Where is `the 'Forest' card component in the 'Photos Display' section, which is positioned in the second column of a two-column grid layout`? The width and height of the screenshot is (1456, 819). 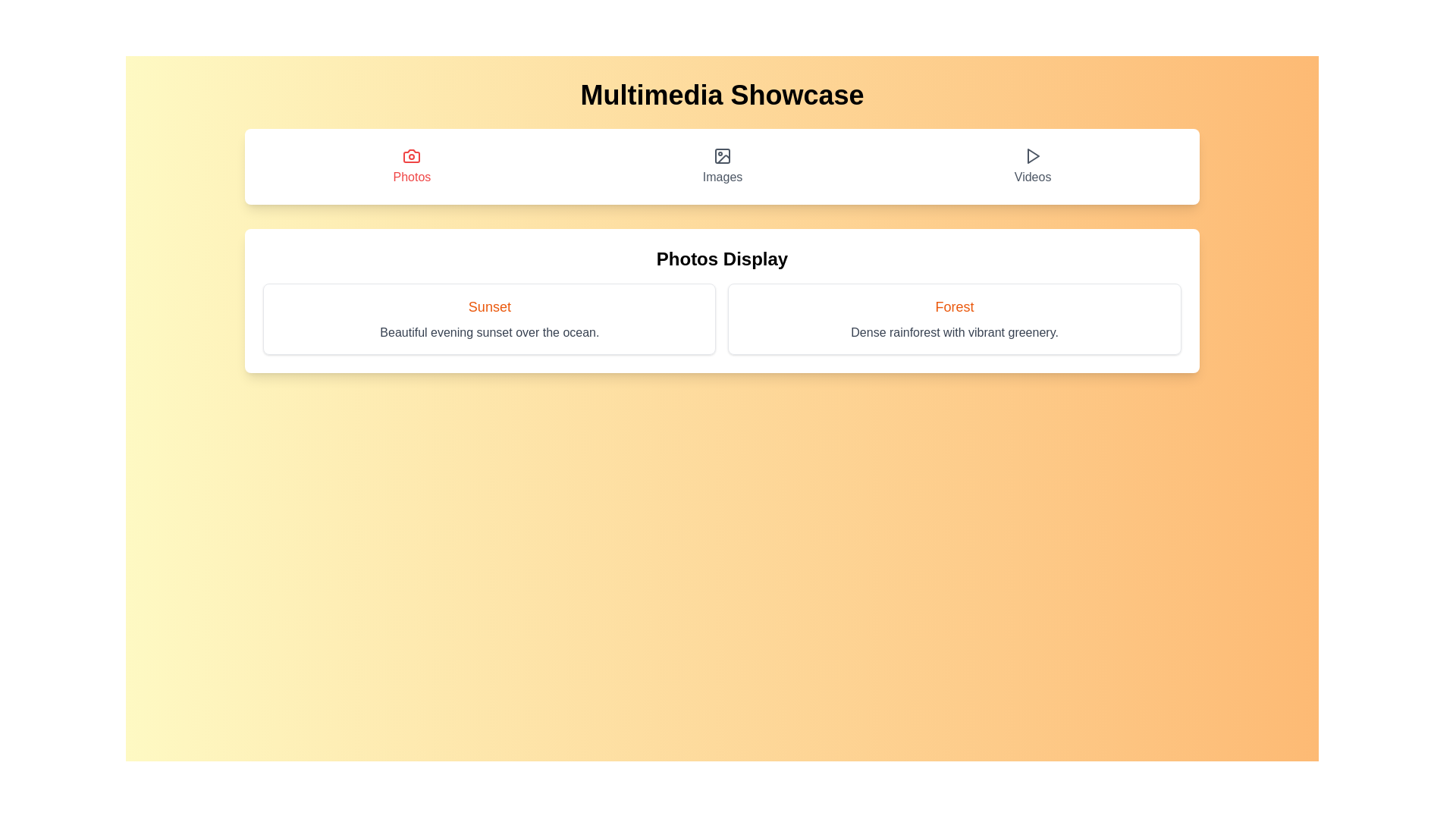
the 'Forest' card component in the 'Photos Display' section, which is positioned in the second column of a two-column grid layout is located at coordinates (954, 318).